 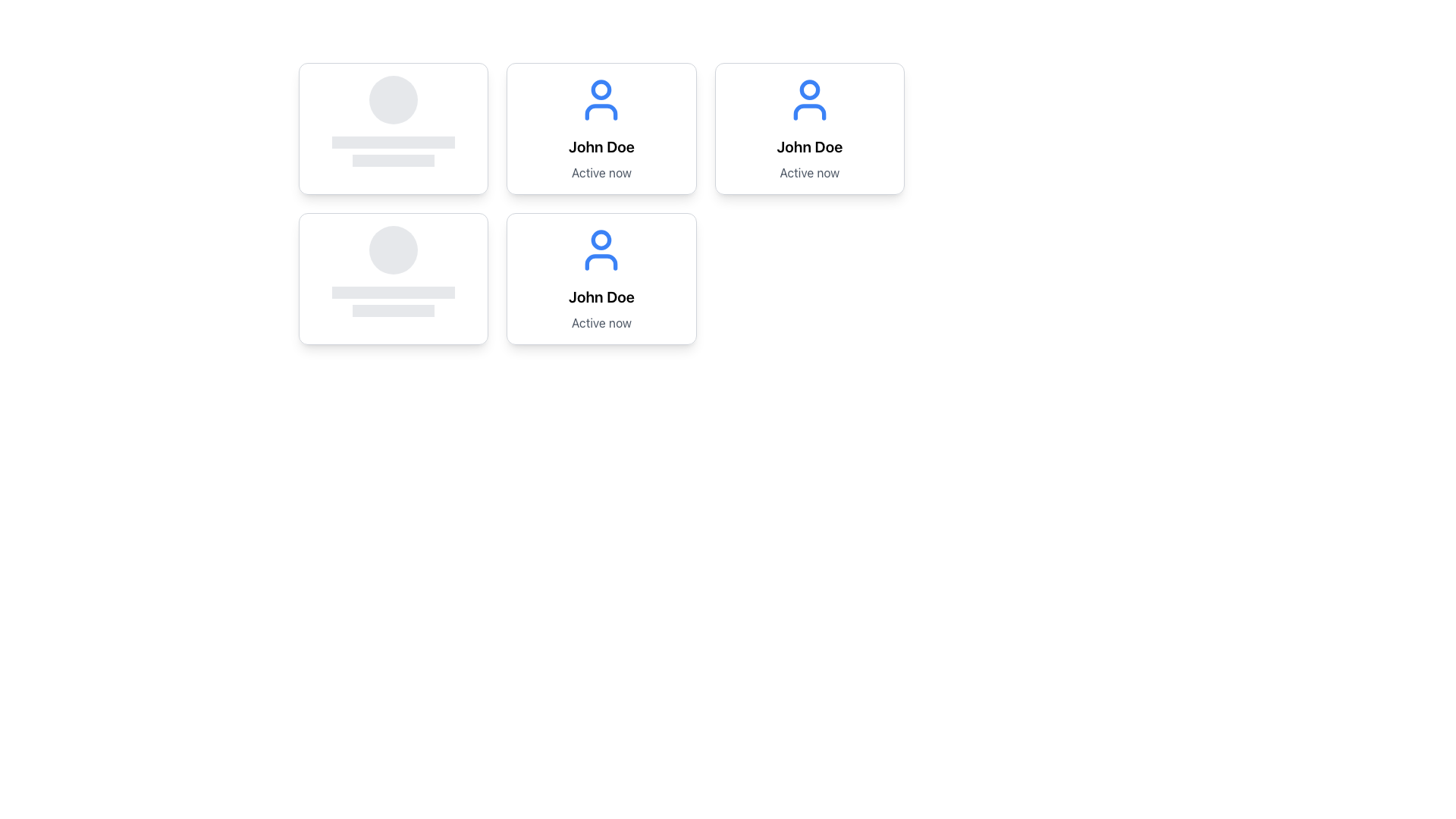 I want to click on the small circular SVG element located within the upper section of the blue-outlined user icon on the second card from the left in the grid, so click(x=601, y=89).